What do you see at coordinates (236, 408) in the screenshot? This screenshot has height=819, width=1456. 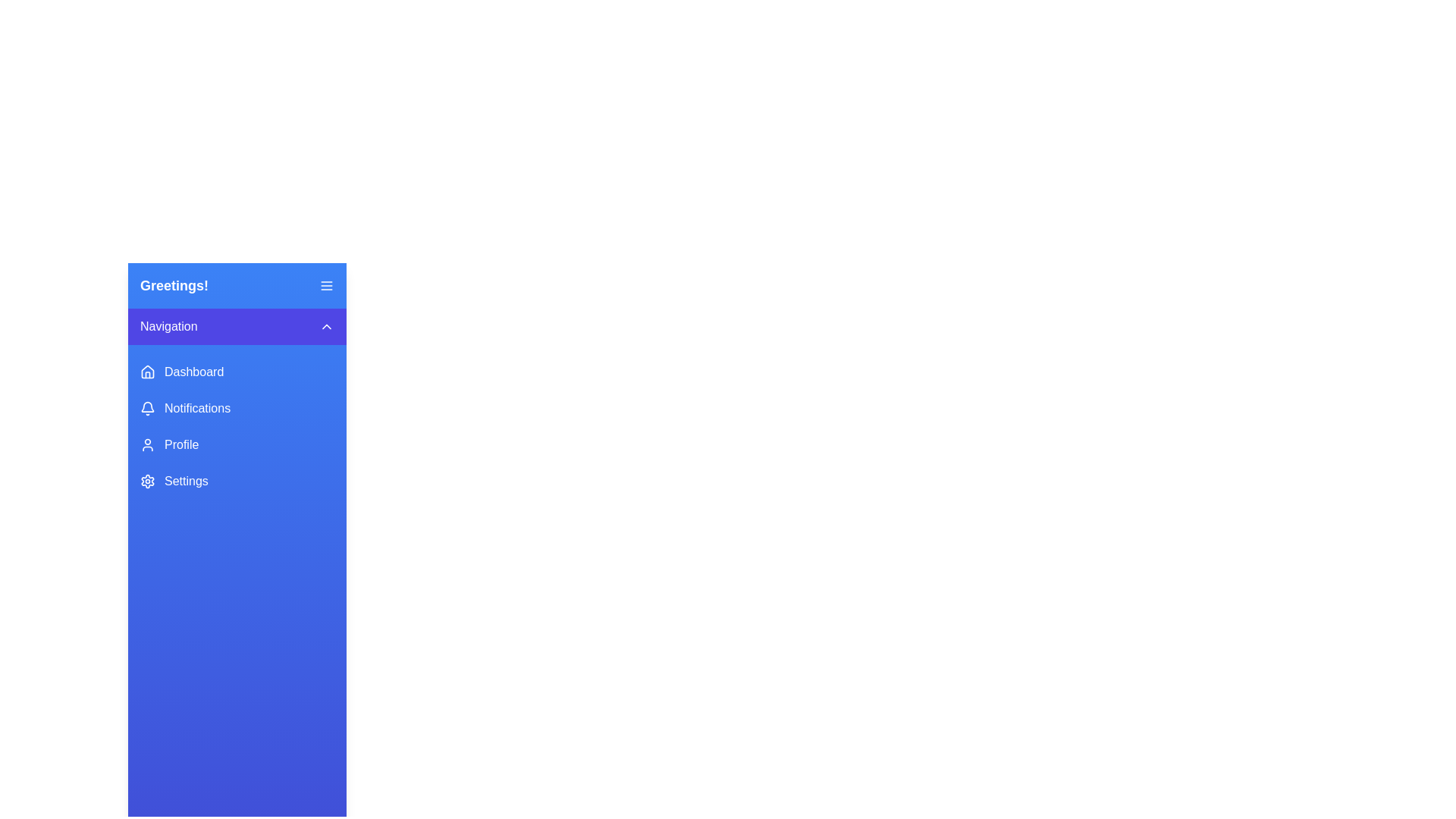 I see `the 'Notifications' button` at bounding box center [236, 408].